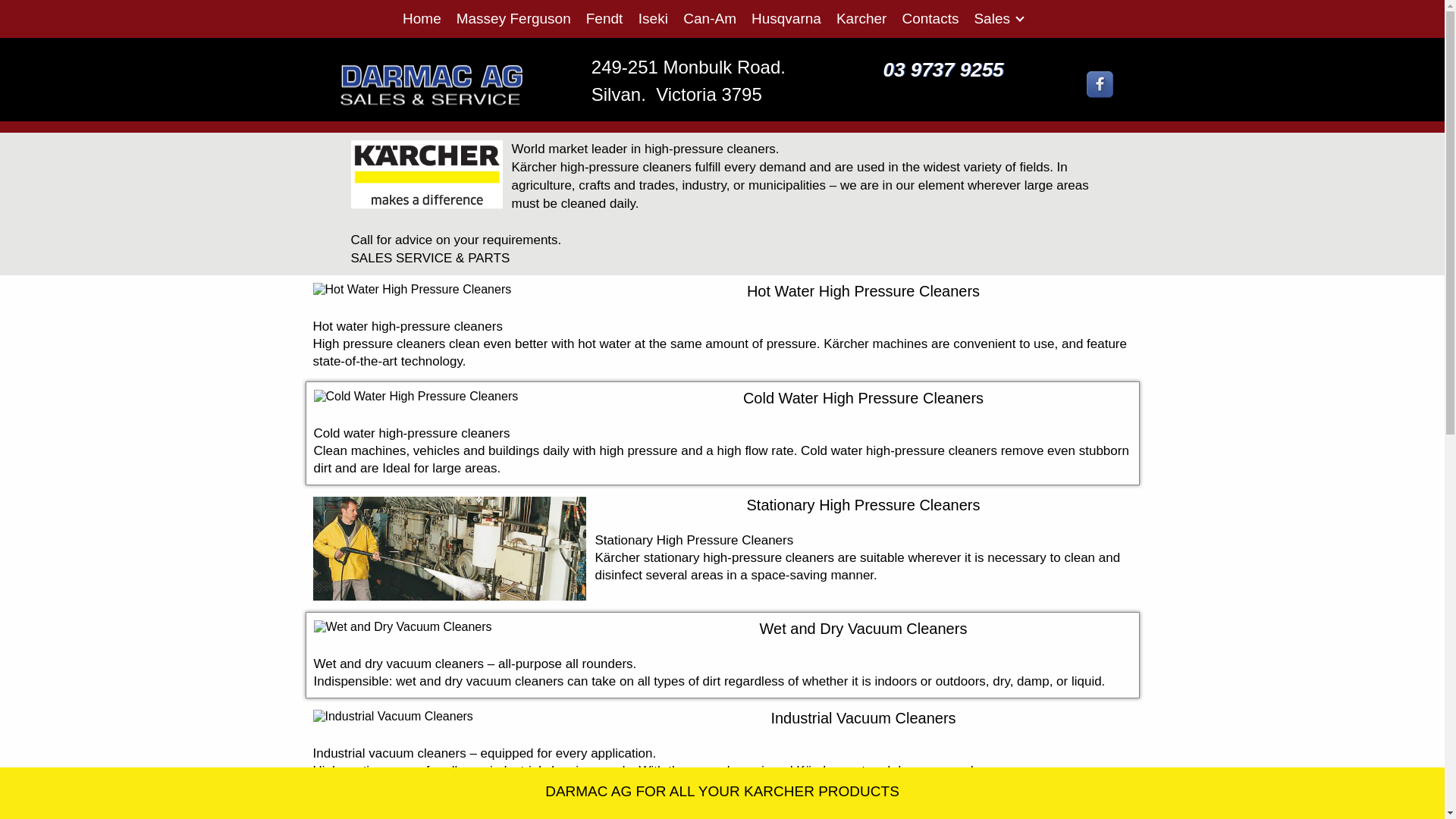  Describe the element at coordinates (604, 18) in the screenshot. I see `'Fendt'` at that location.